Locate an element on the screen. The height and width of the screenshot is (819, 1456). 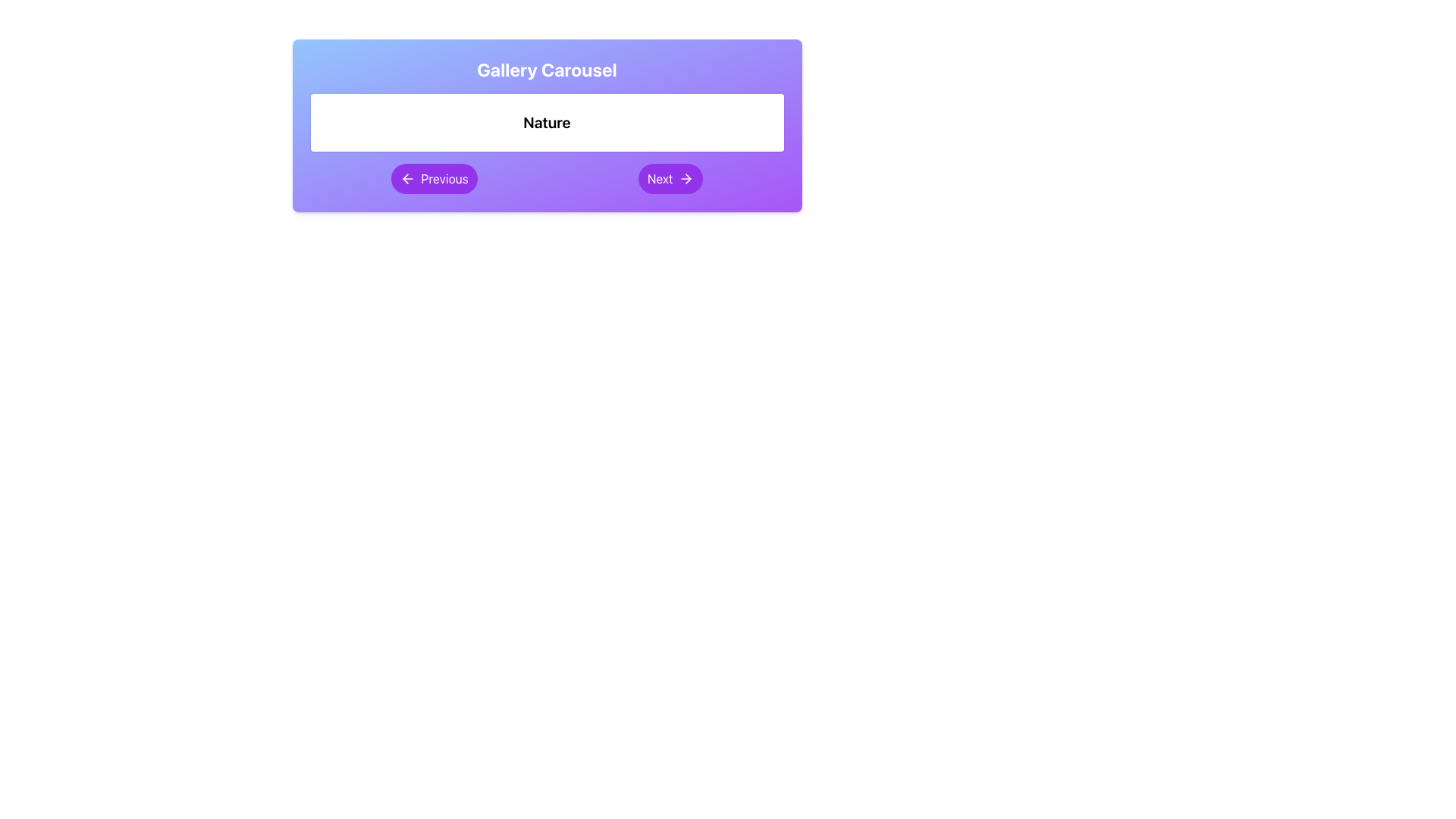
the icon located inside the 'Next' button on the bottom-right of the carousel interface to proceed to the next item in the carousel sequence is located at coordinates (686, 177).